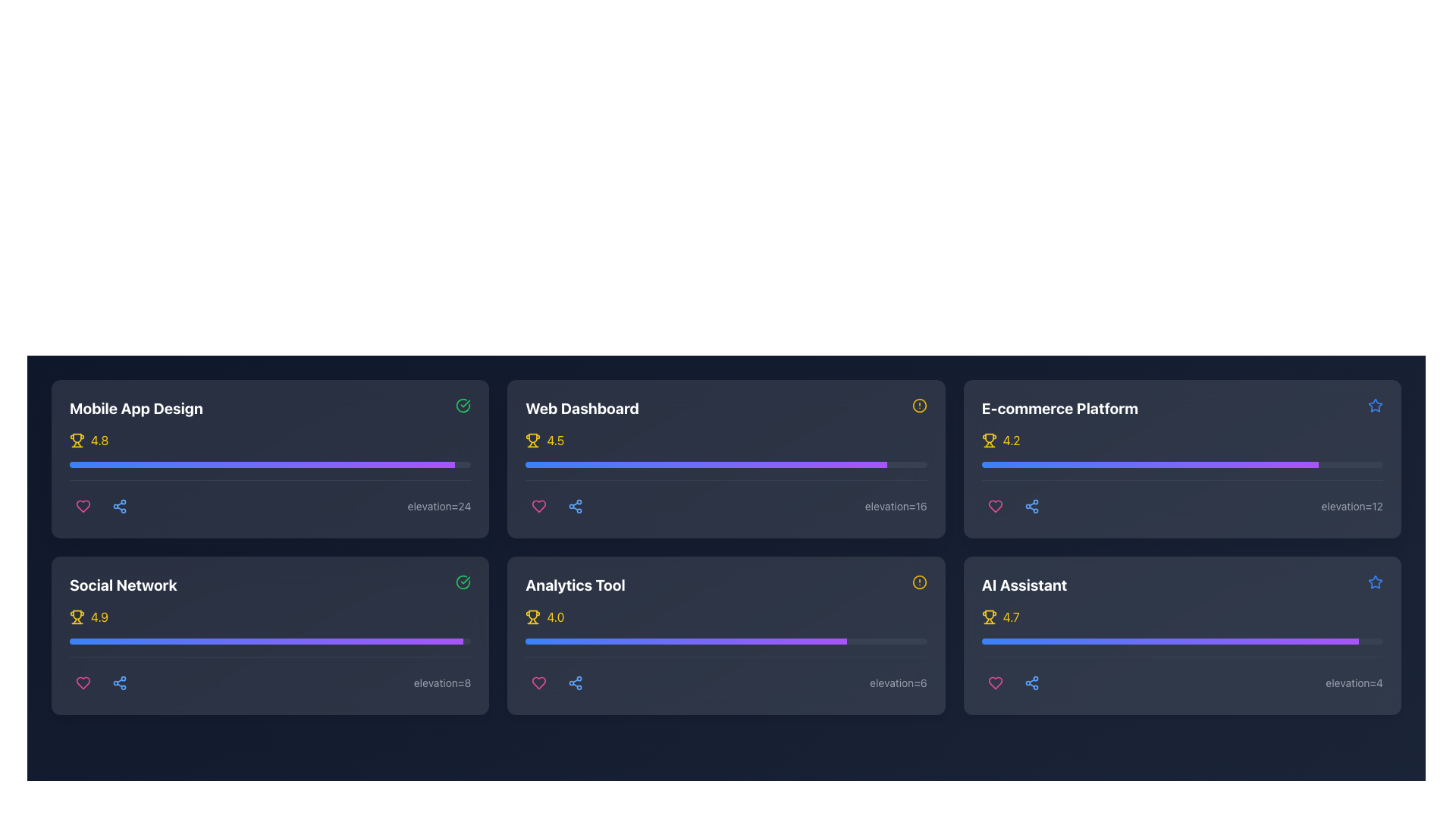 The width and height of the screenshot is (1456, 819). I want to click on the filled portion of the progress indicator bar within the 'Mobile App Design' card, which is a horizontal bar transitioning from blue to purple, representing 96% completion, so click(262, 464).